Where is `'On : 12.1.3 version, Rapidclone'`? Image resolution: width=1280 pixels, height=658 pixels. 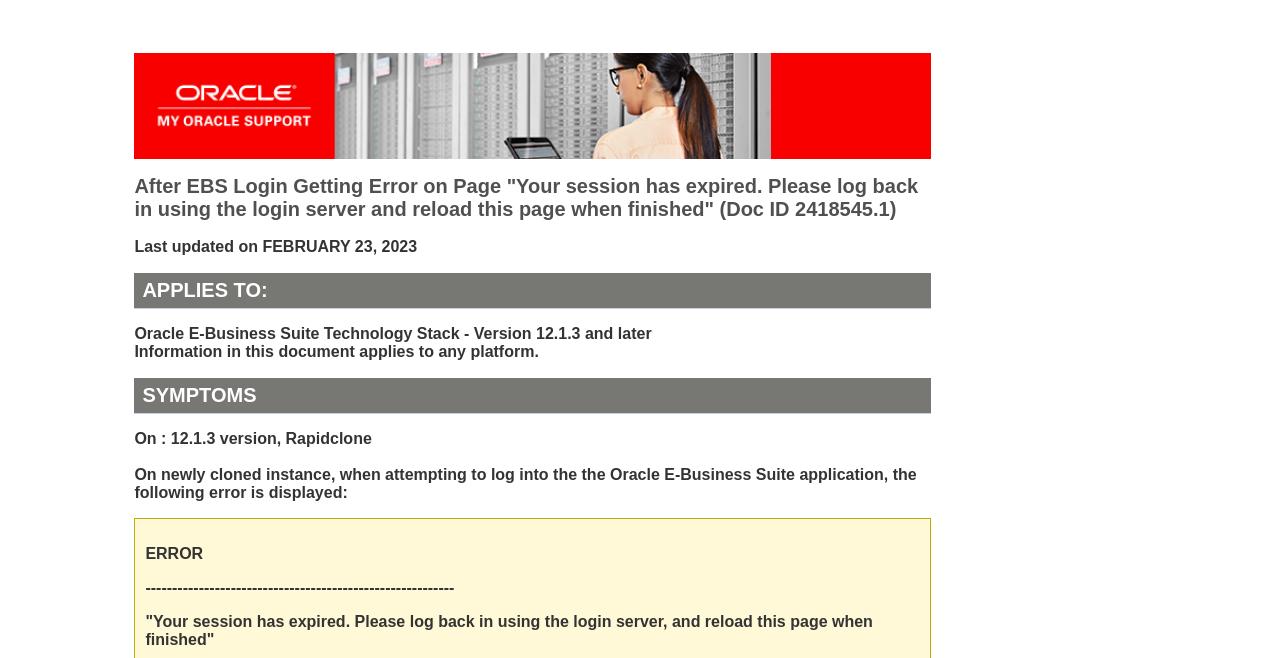 'On : 12.1.3 version, Rapidclone' is located at coordinates (133, 438).